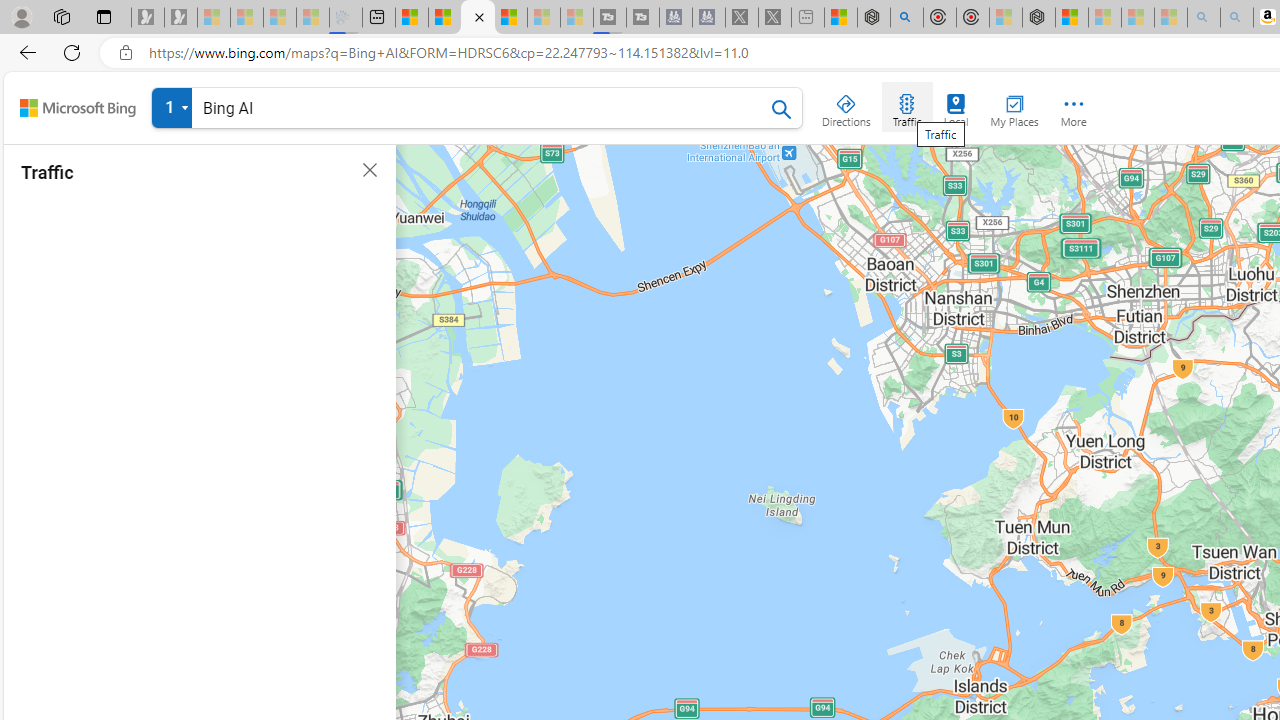  Describe the element at coordinates (78, 108) in the screenshot. I see `'Class: sbElement'` at that location.